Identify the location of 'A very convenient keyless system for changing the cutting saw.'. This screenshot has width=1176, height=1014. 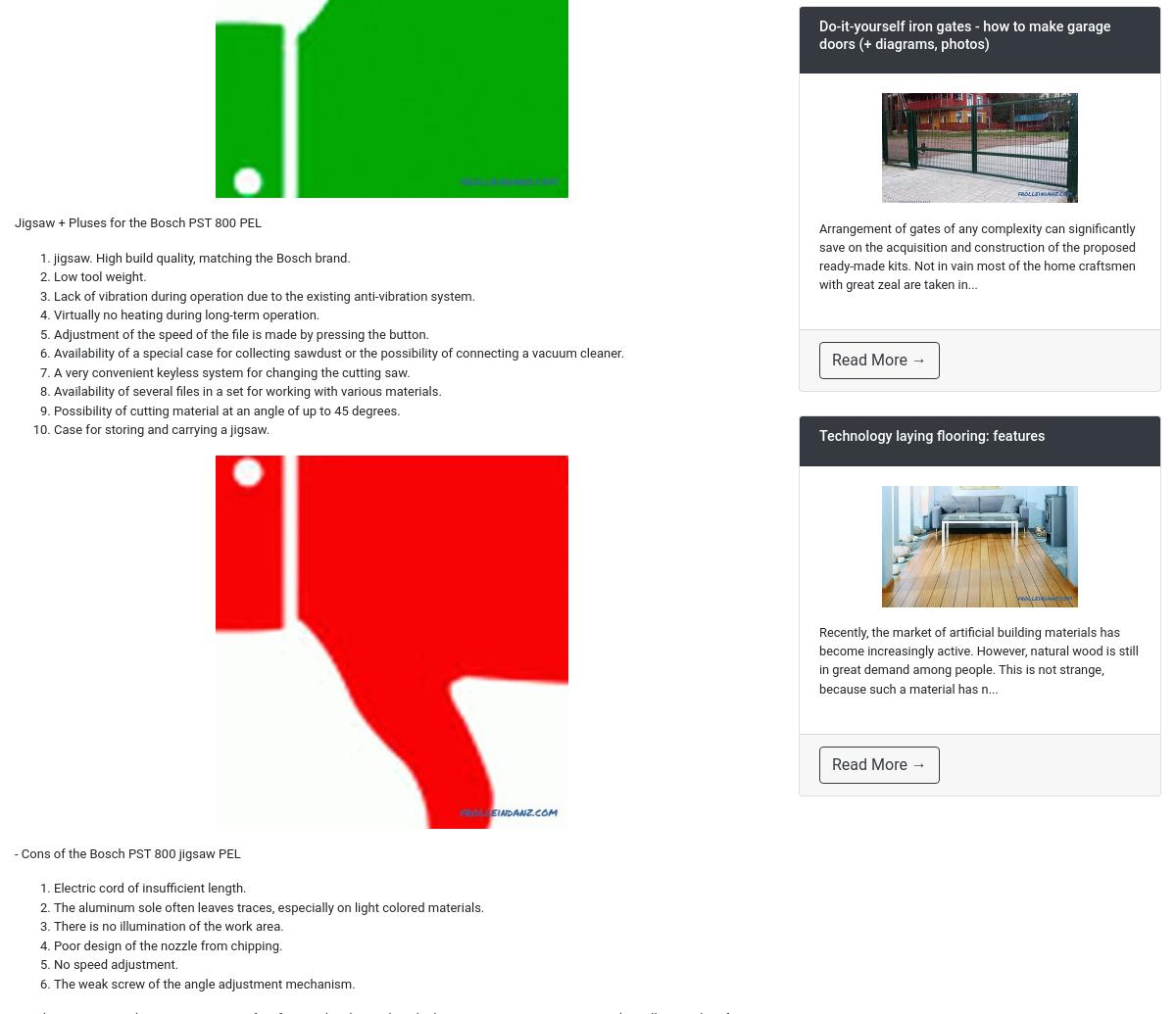
(53, 371).